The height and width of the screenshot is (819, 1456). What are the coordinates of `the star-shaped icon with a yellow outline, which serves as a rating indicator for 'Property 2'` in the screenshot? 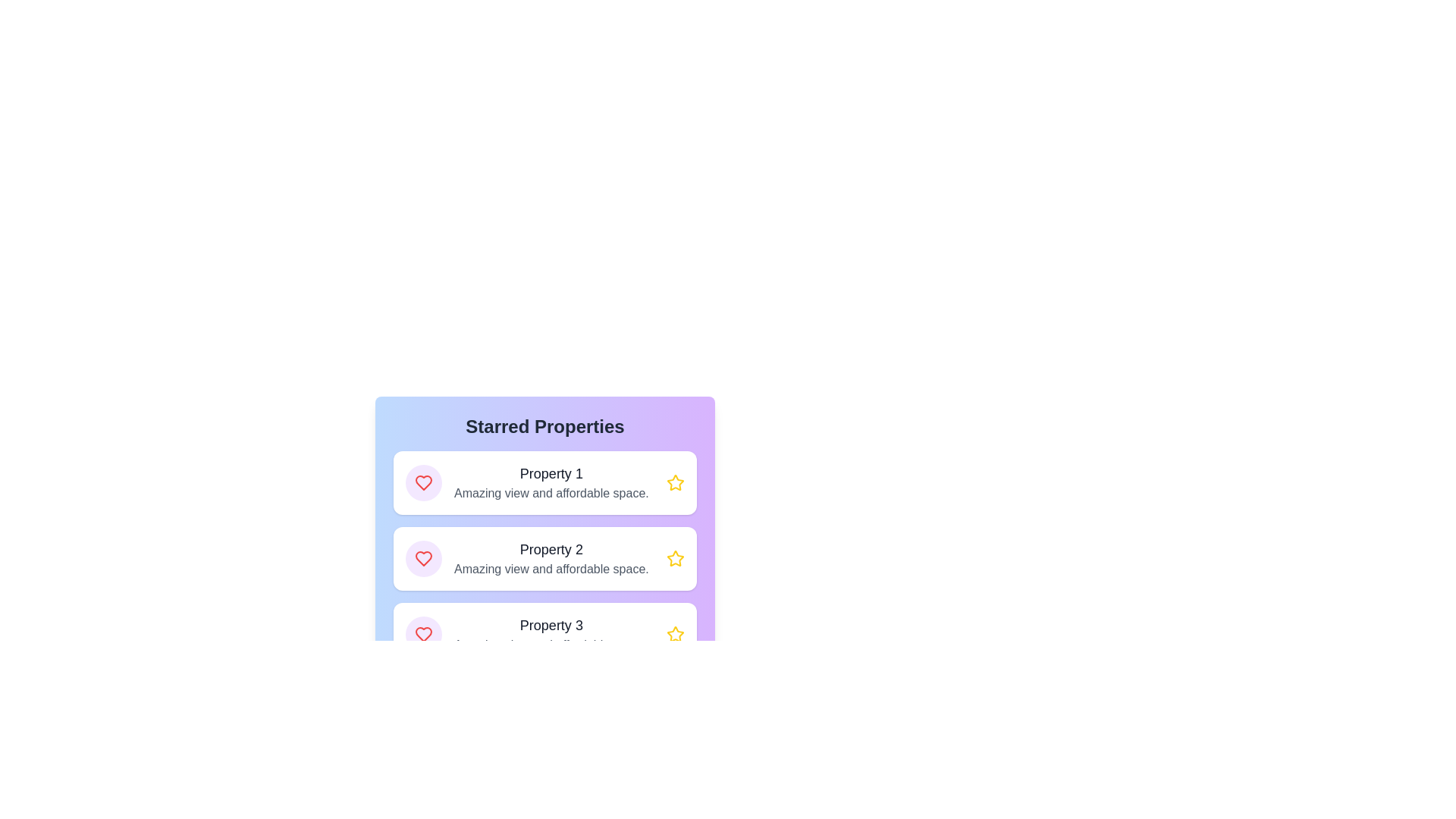 It's located at (675, 558).